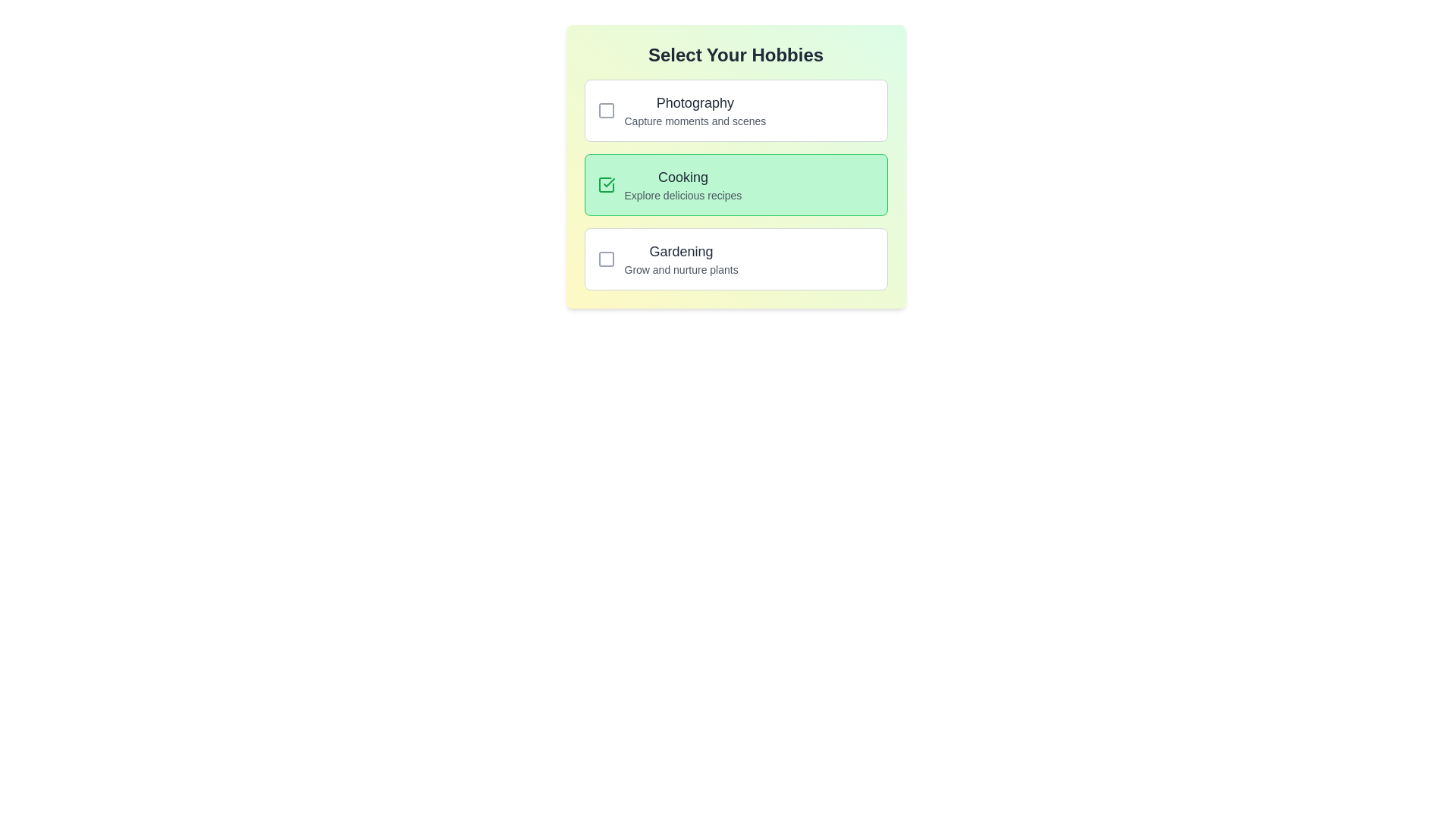 The height and width of the screenshot is (819, 1456). Describe the element at coordinates (605, 259) in the screenshot. I see `the Checkbox-like icon located to the left of the text 'Gardening Grow and nurture plants' within the white card` at that location.